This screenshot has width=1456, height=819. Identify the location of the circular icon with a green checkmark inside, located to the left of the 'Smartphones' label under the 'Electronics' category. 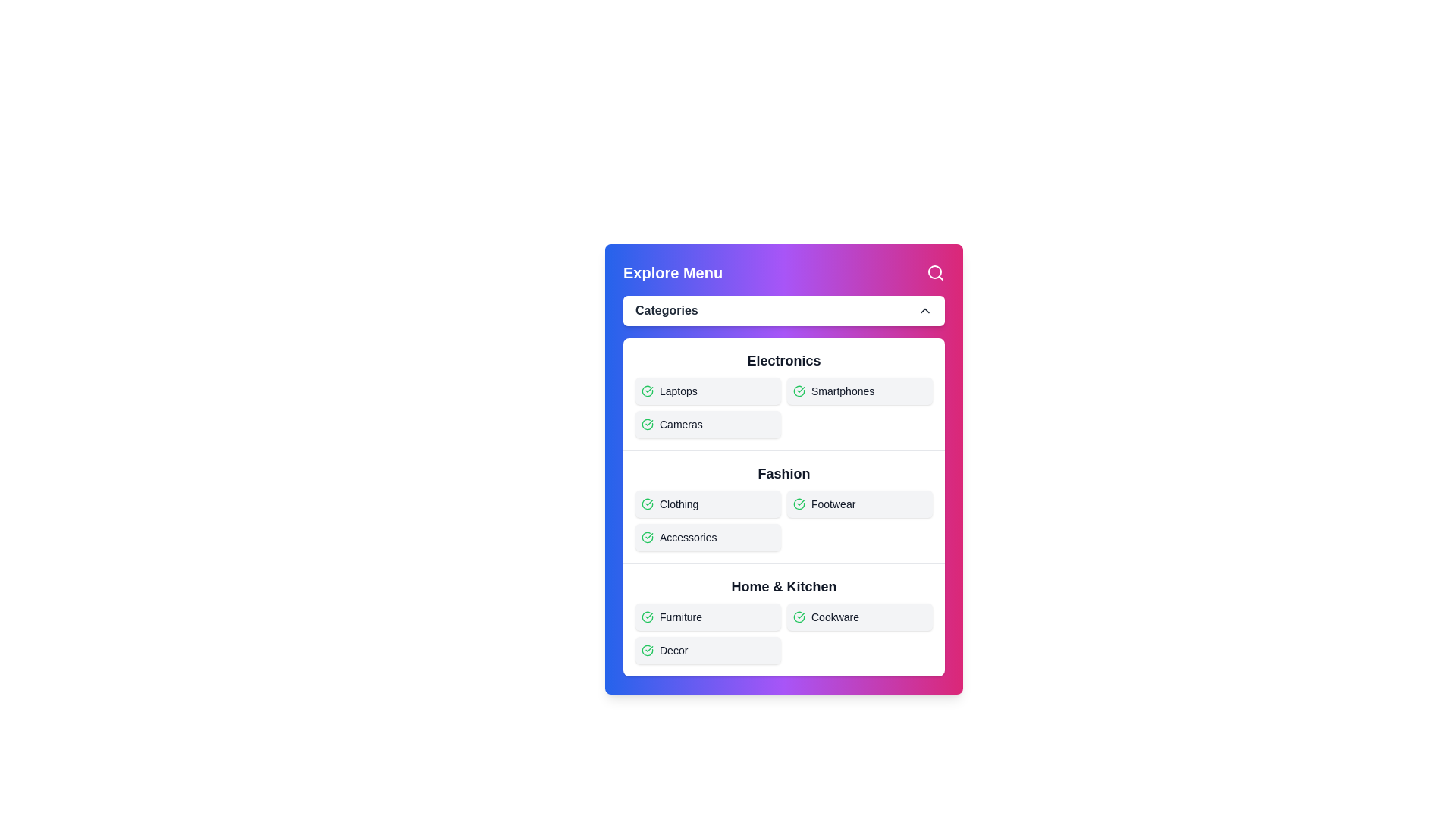
(799, 391).